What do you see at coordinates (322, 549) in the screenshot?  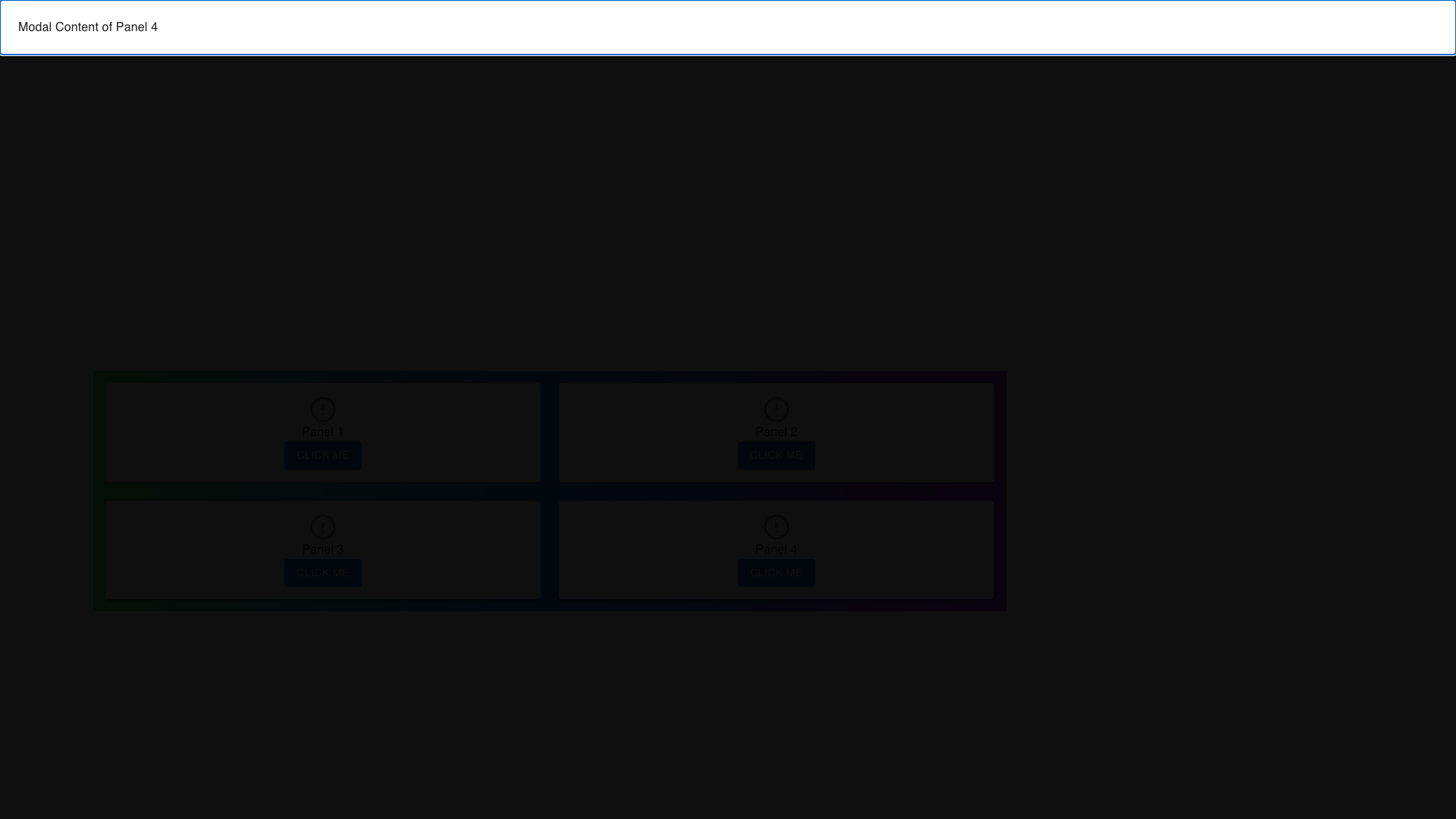 I see `the blue button labeled 'Click Me' located at the bottom of the Panel titled 'Panel 3' in the lower left quadrant of the layout` at bounding box center [322, 549].